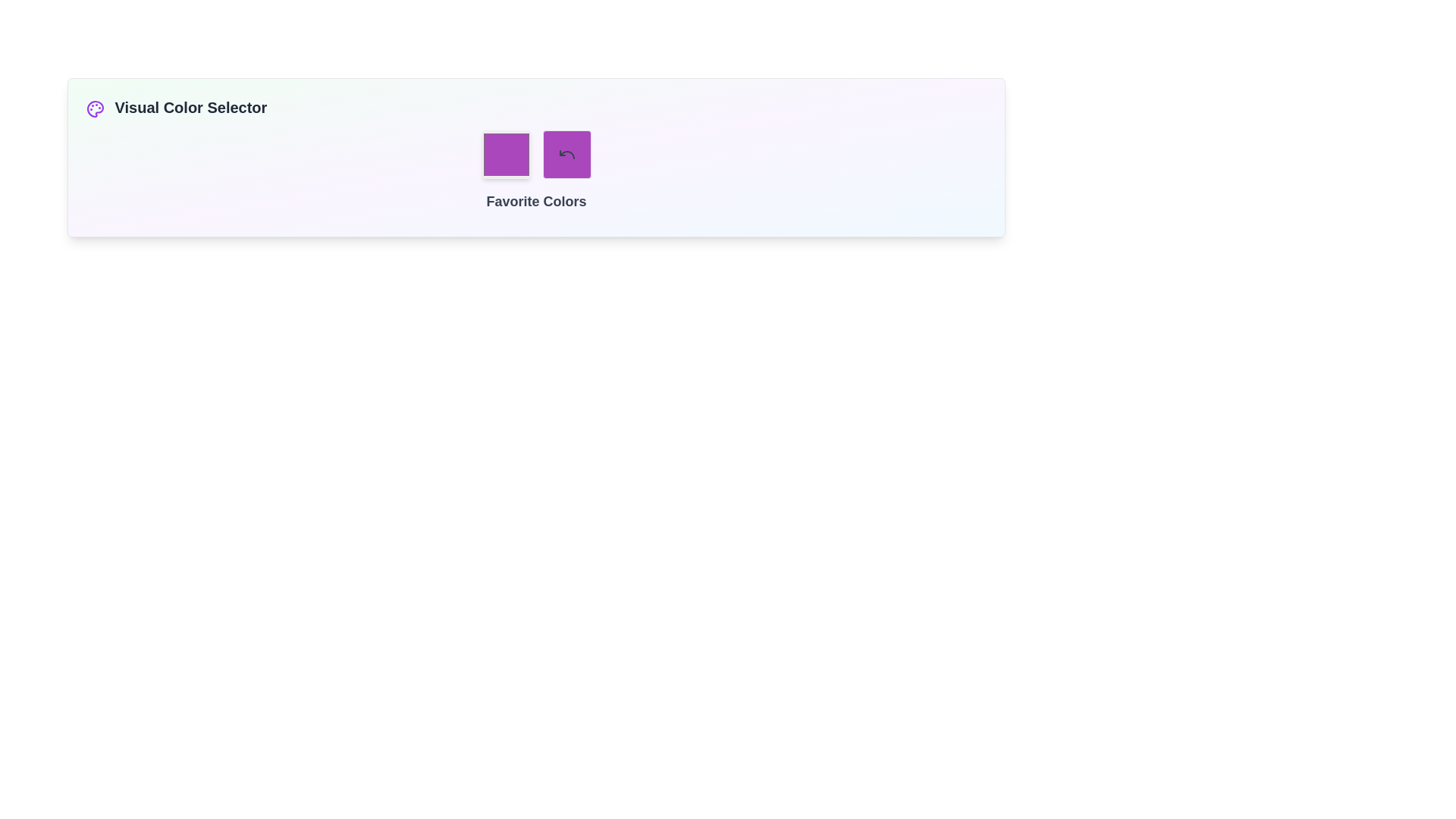  What do you see at coordinates (536, 205) in the screenshot?
I see `the text label that serves as a heading for the color selection section, located below two buttons (one purple and one with a circular arrow icon)` at bounding box center [536, 205].